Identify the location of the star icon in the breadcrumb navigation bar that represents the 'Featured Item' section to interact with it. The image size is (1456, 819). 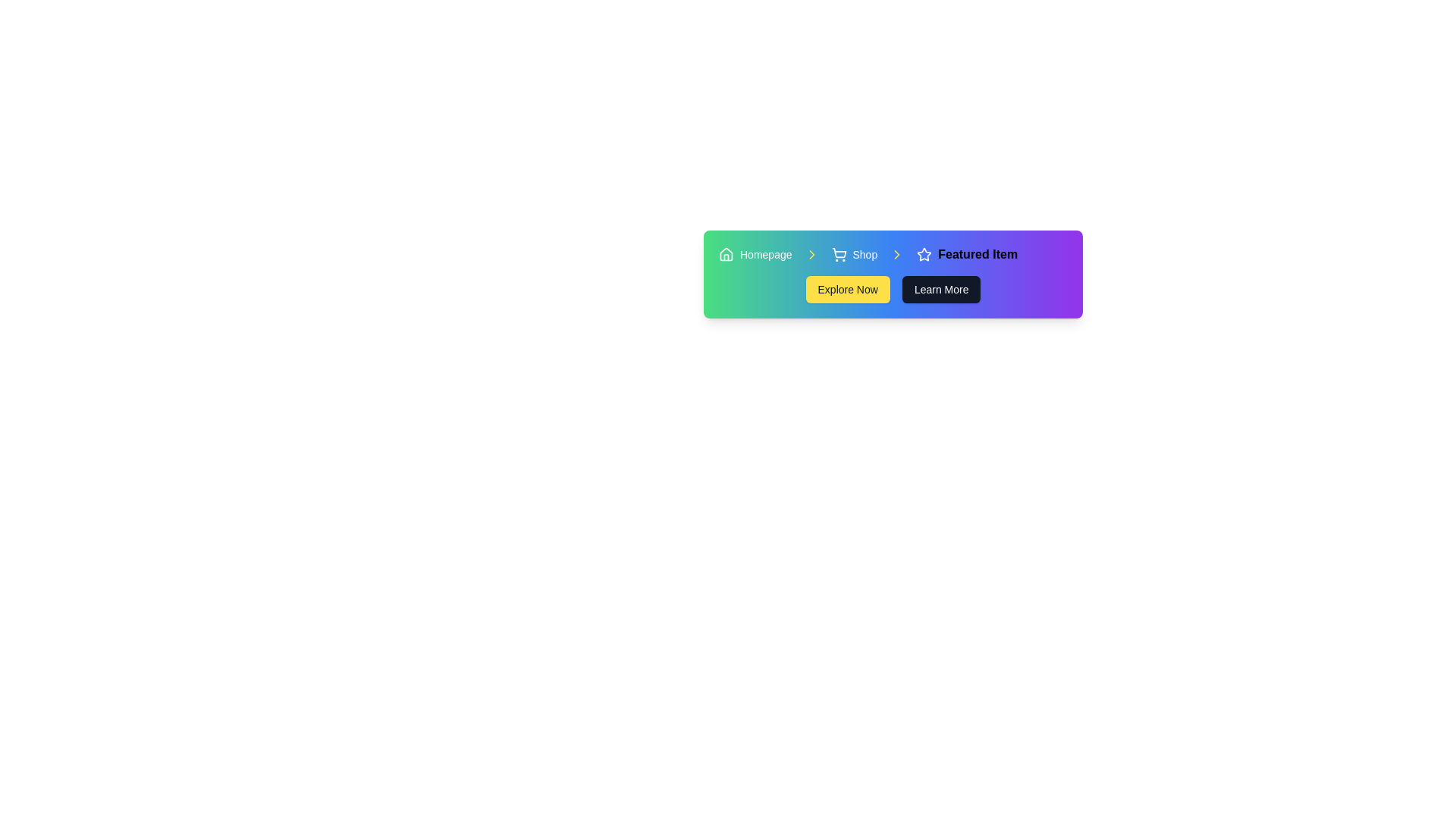
(924, 253).